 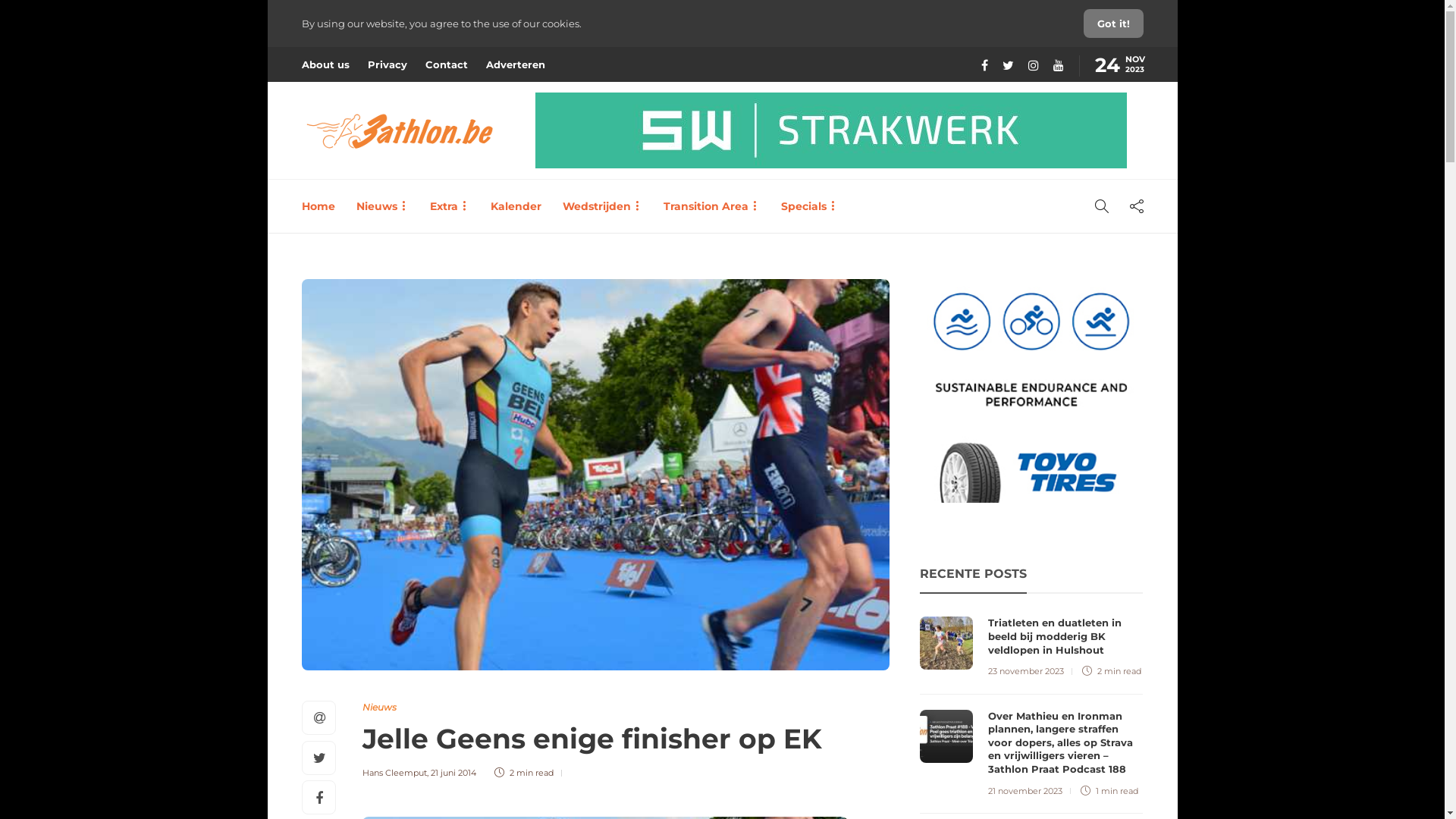 What do you see at coordinates (514, 63) in the screenshot?
I see `'Adverteren'` at bounding box center [514, 63].